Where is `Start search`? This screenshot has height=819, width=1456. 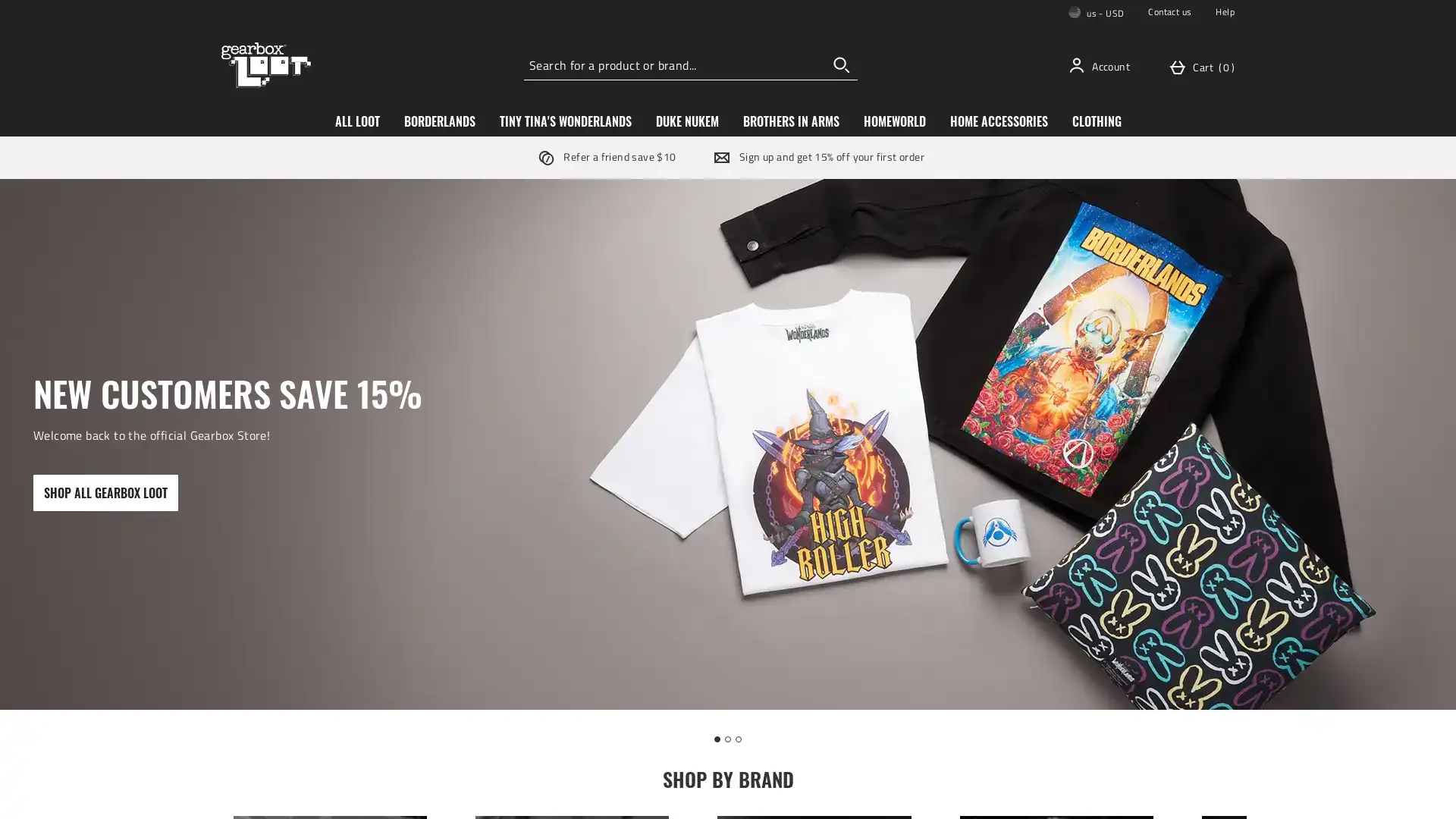 Start search is located at coordinates (841, 64).